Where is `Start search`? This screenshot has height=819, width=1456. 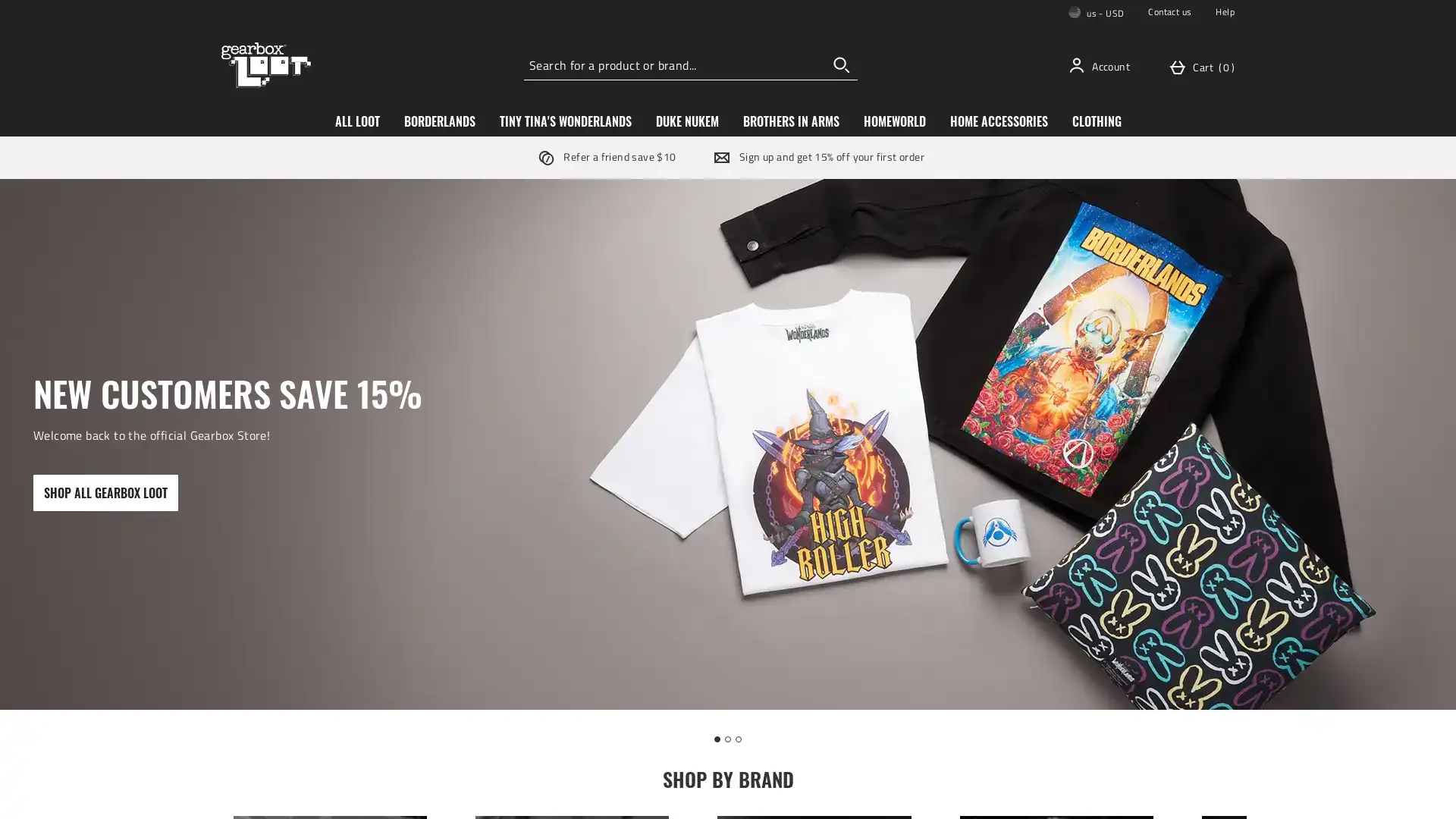 Start search is located at coordinates (841, 64).